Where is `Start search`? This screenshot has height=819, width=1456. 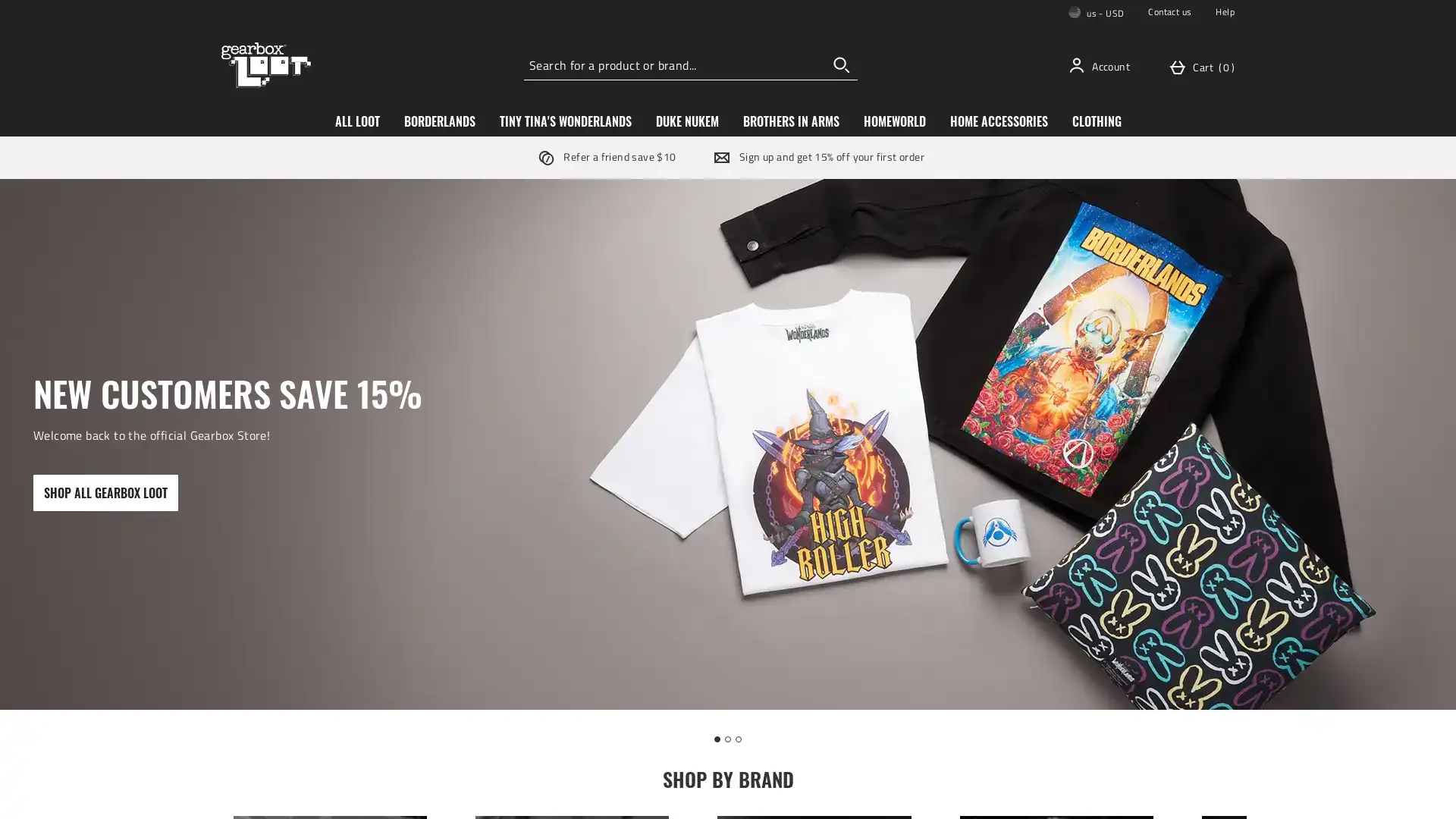 Start search is located at coordinates (841, 64).